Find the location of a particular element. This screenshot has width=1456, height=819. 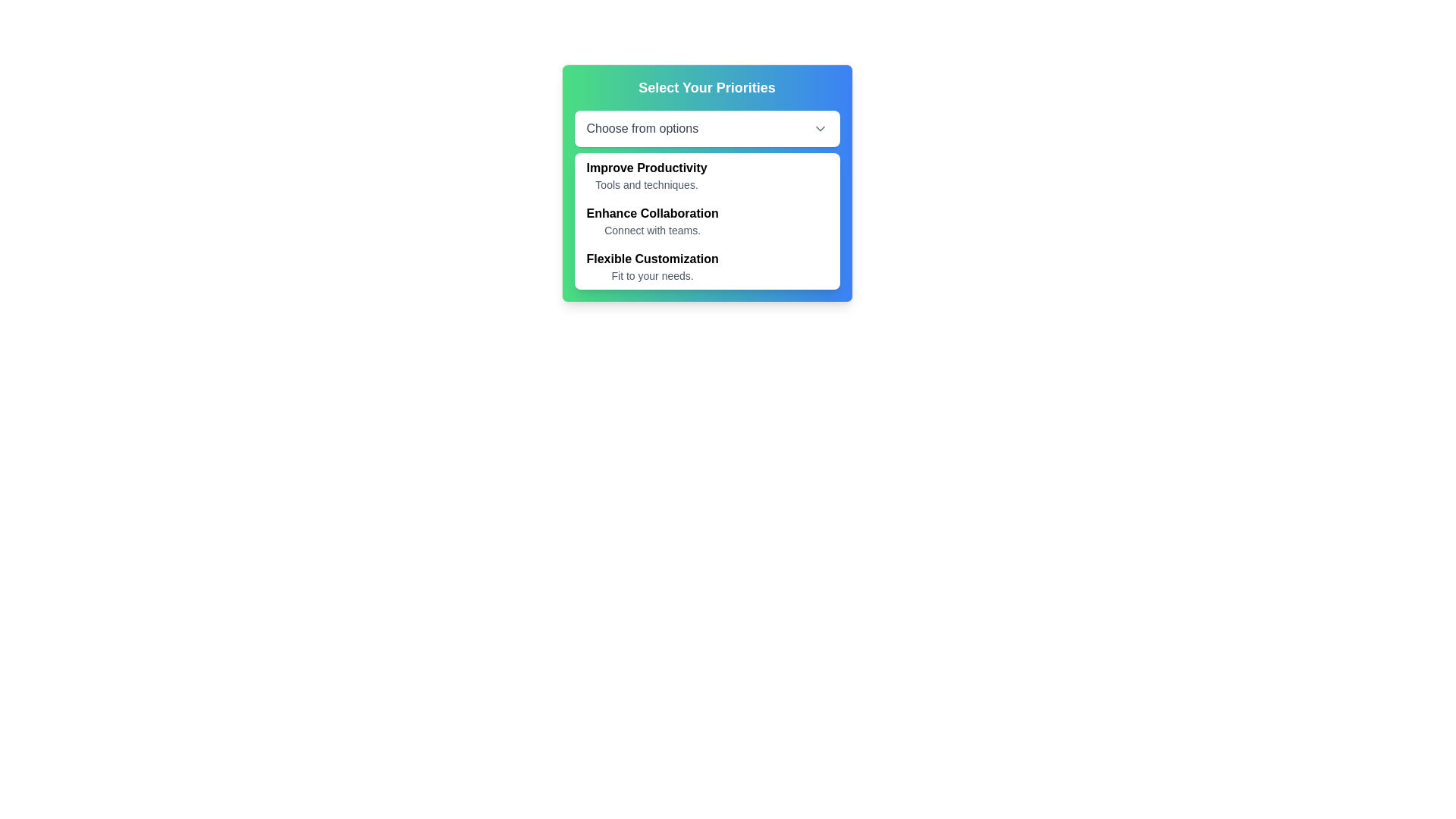

the text label that reads 'Connect with teams.' positioned below the header 'Enhance Collaboration' in a dropdown list is located at coordinates (652, 231).